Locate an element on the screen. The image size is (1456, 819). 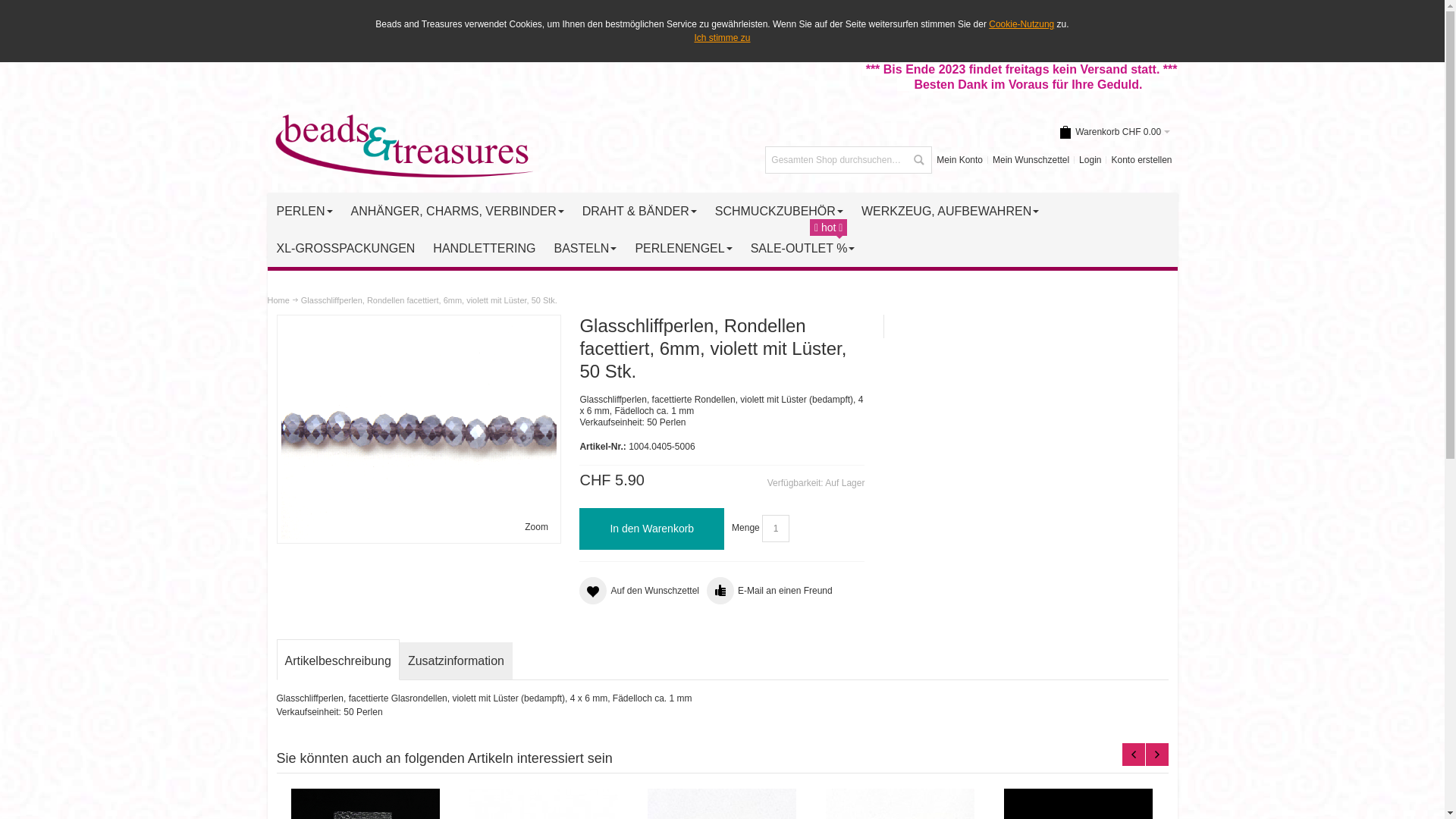
'In den Warenkorb' is located at coordinates (578, 528).